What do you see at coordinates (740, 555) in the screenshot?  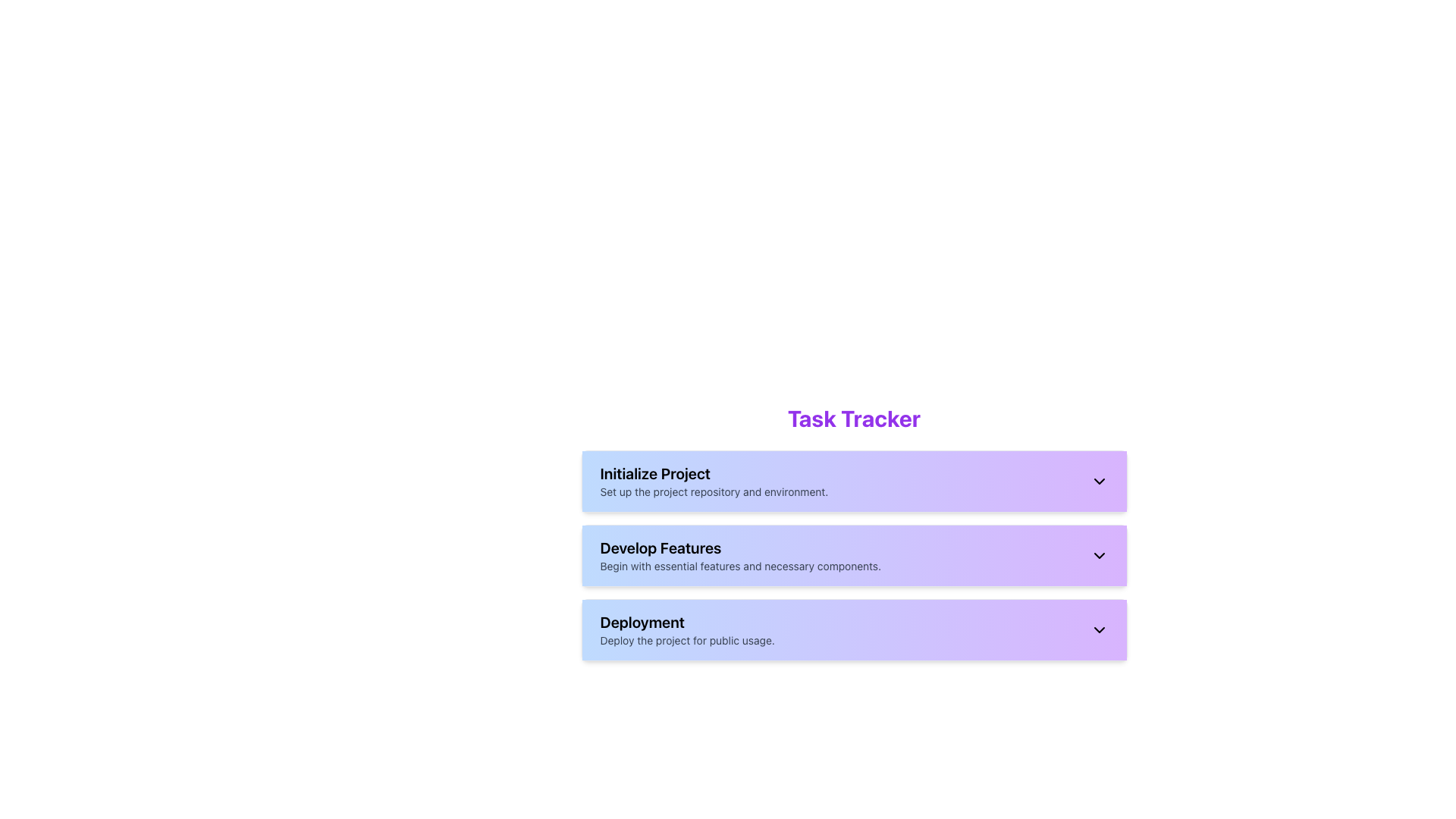 I see `the Text Display element that shows 'Develop Features' in bold with the subtitle 'Begin with essential features and necessary components.'` at bounding box center [740, 555].